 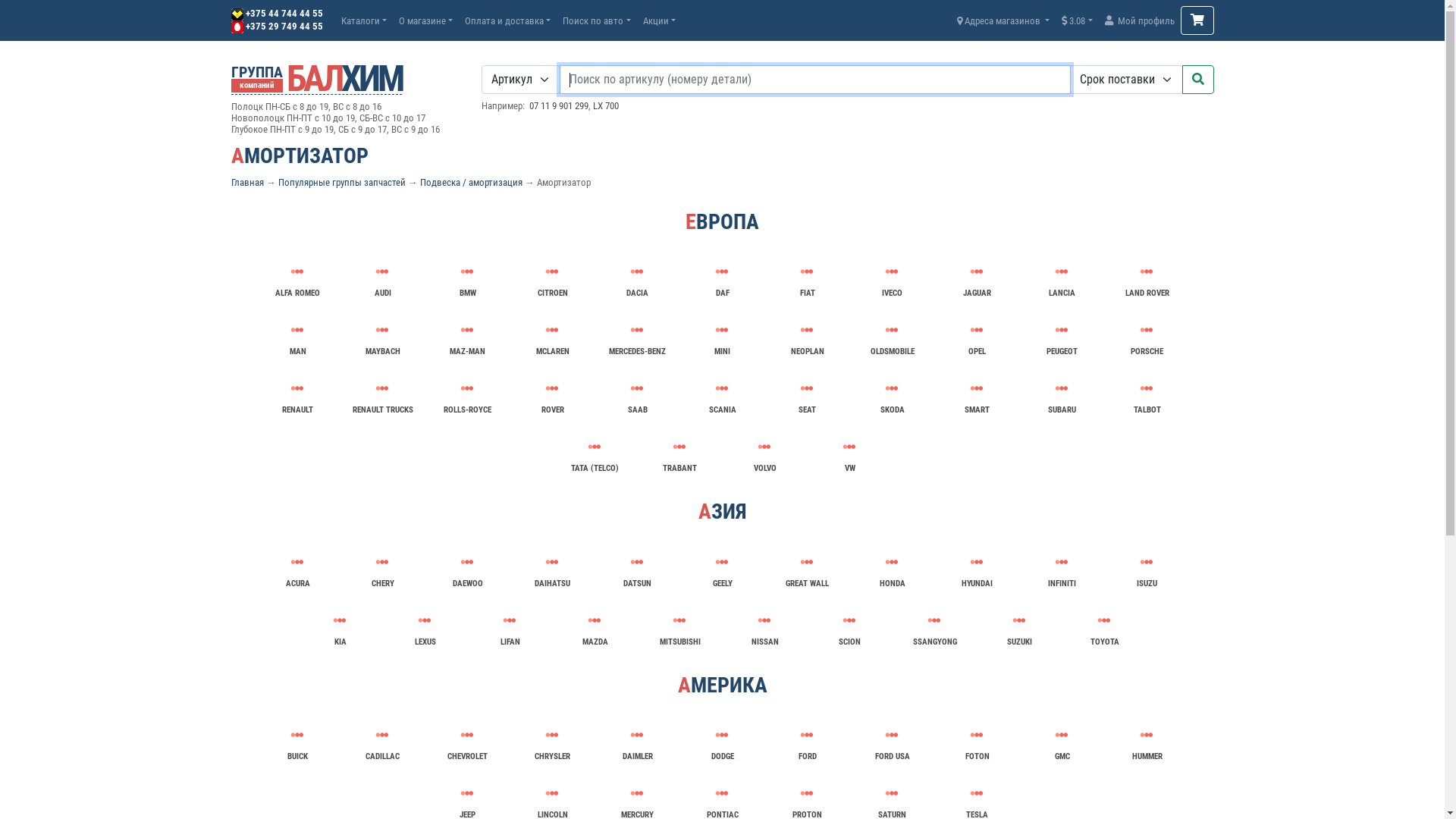 I want to click on 'FIAT', so click(x=806, y=277).